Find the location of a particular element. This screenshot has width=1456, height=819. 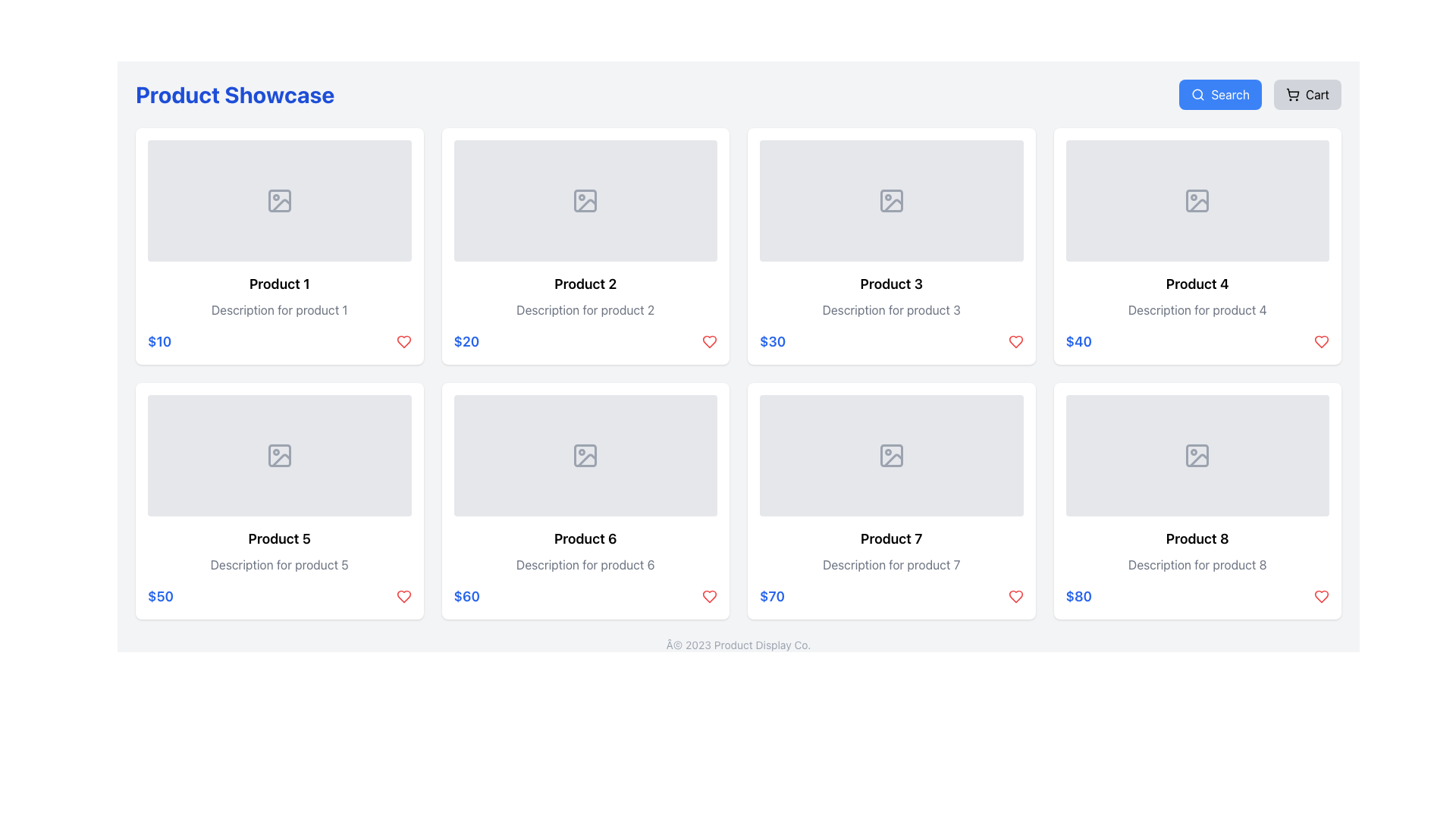

the price label located at the bottom section of the sixth card in the grid layout, which displays the product price is located at coordinates (466, 595).